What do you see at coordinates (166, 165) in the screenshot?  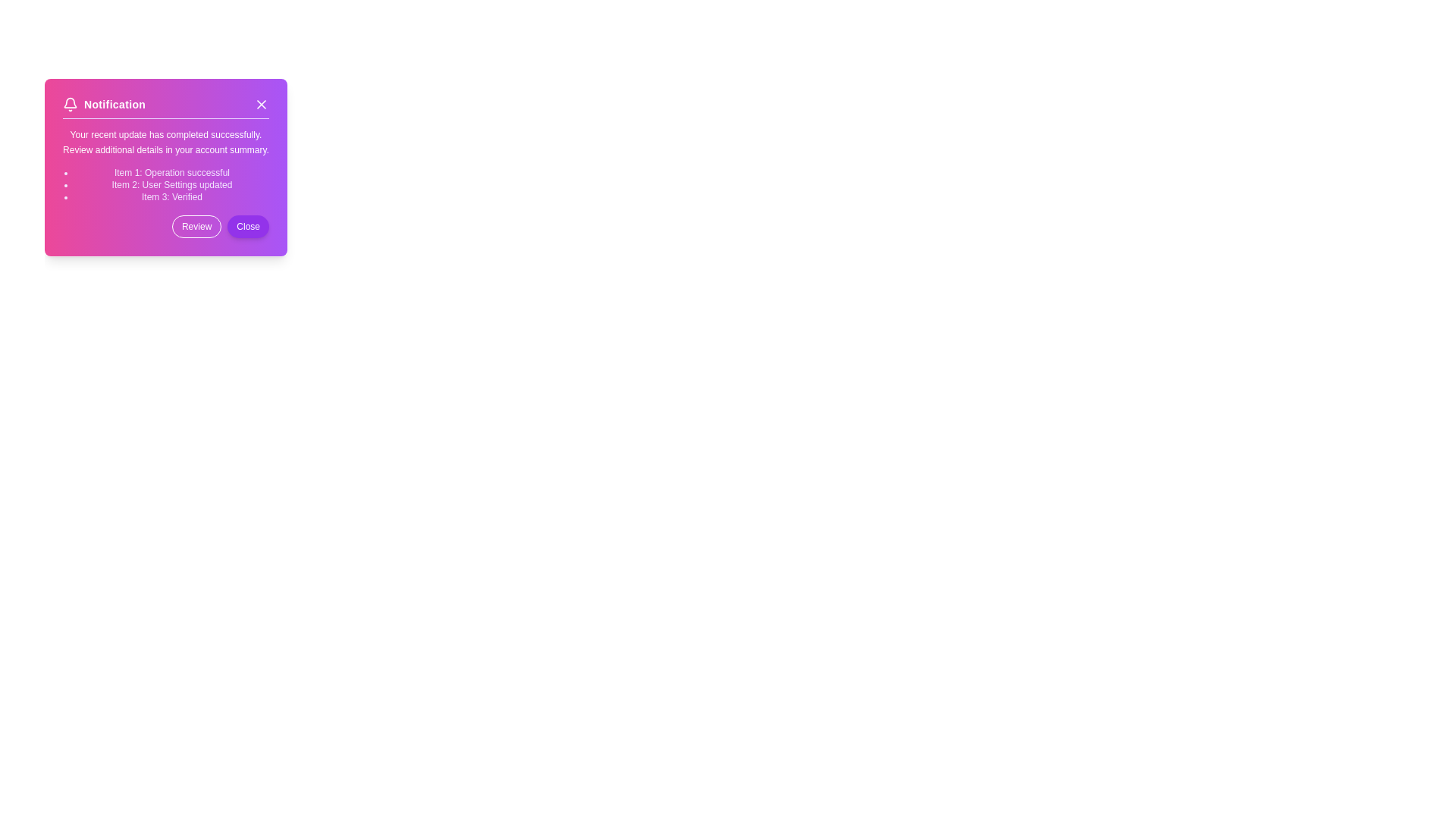 I see `the Static Text Content that provides notification messages about updates or completed operations, located below the title 'Notification' and above the 'Review' and 'Close' buttons` at bounding box center [166, 165].